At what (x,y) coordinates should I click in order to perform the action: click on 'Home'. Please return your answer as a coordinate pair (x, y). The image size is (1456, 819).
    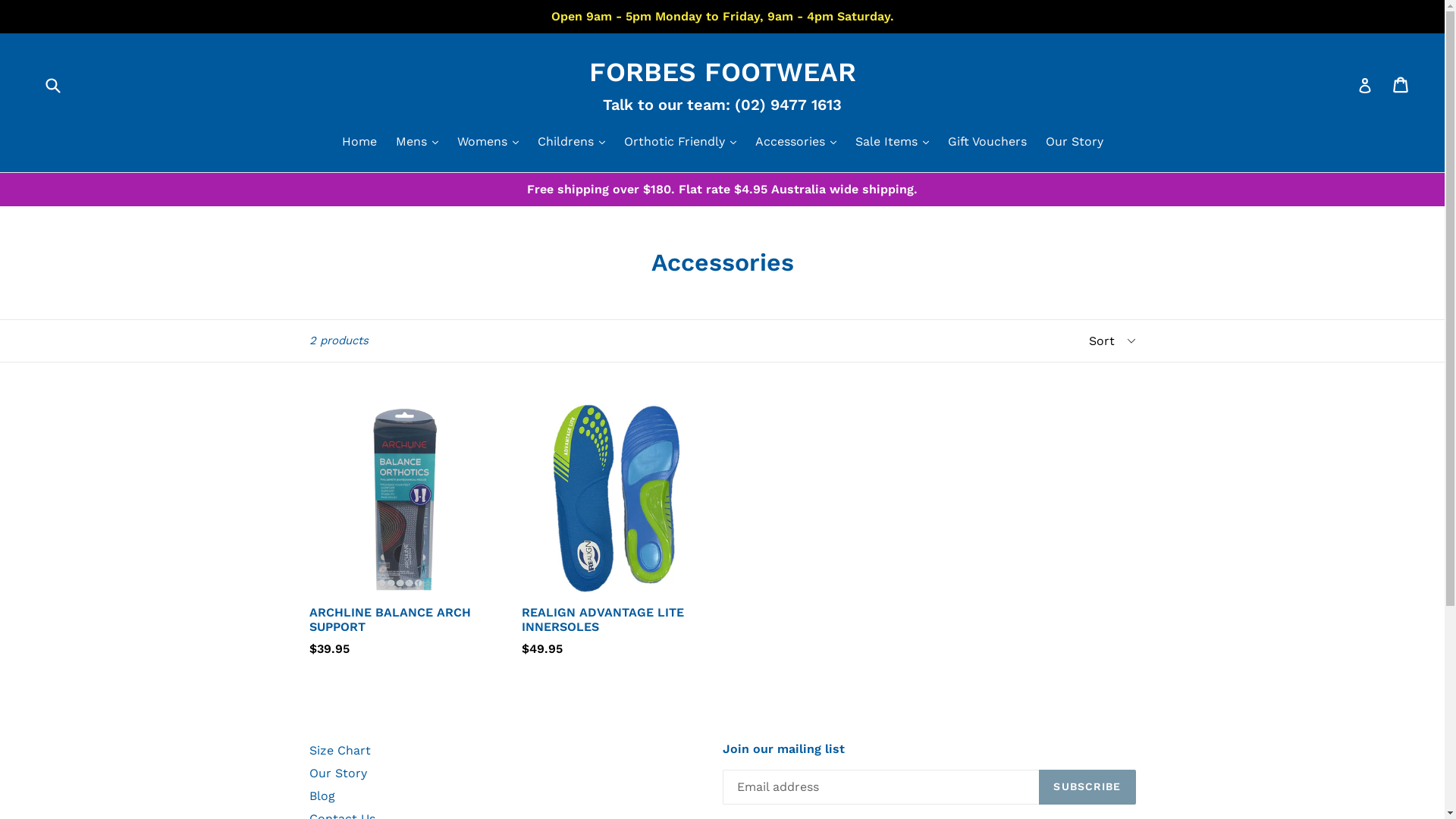
    Looking at the image, I should click on (333, 143).